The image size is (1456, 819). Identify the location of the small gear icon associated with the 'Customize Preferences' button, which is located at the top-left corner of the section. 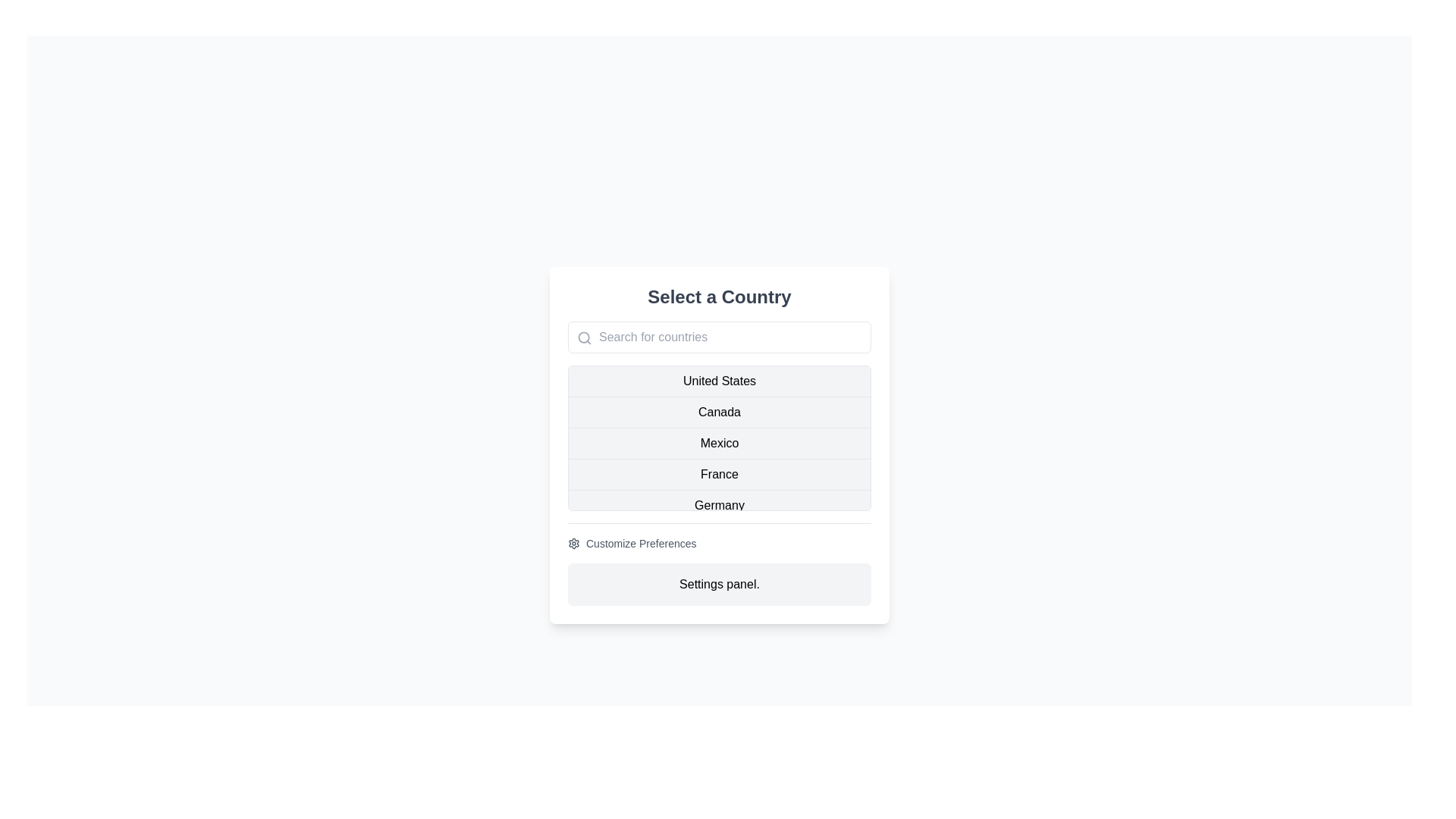
(573, 542).